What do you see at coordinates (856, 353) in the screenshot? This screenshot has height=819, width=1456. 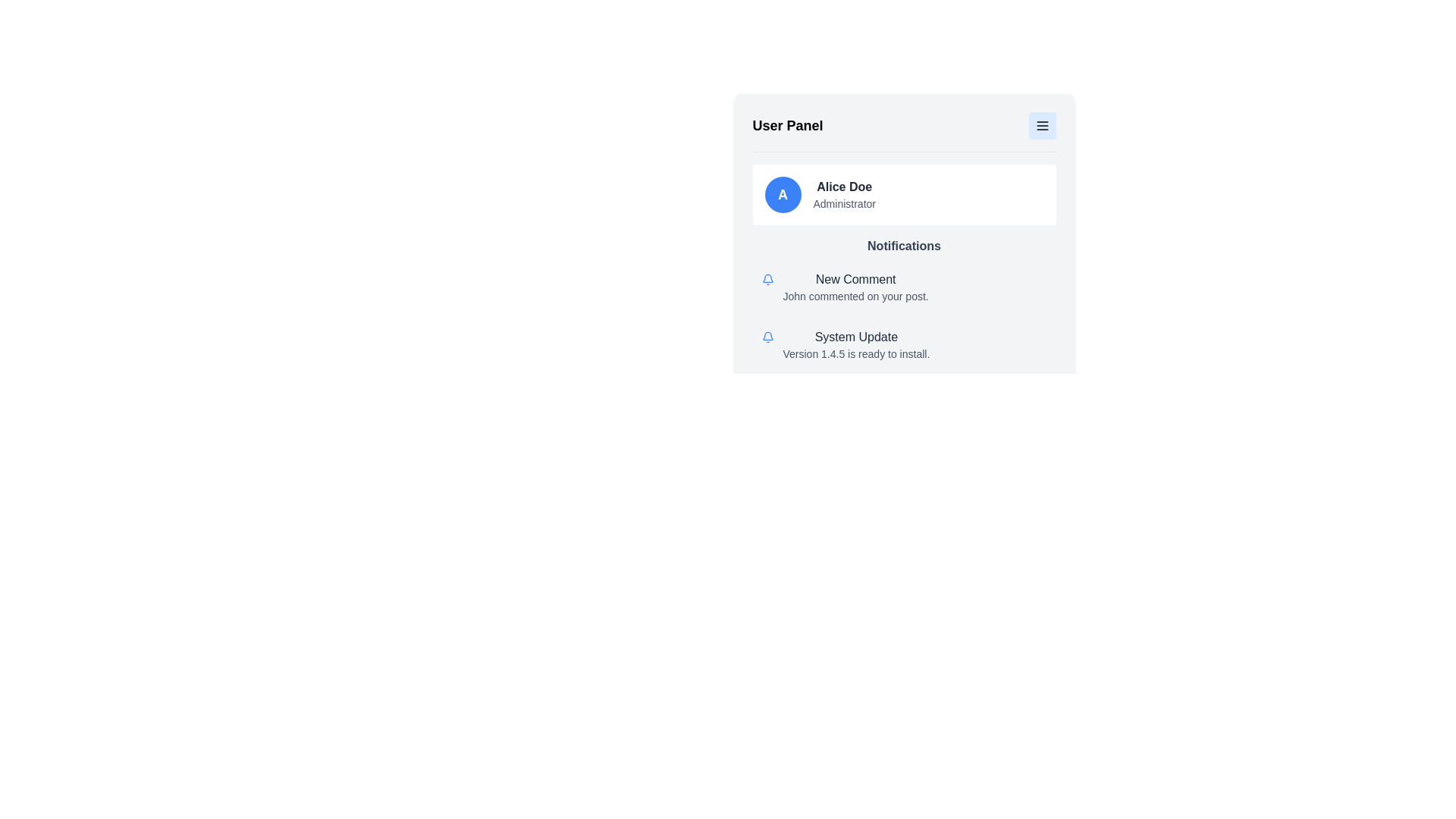 I see `the text label that reads 'Version 1.4.5 is ready to install.' located below the 'System Update' text in the User Panel interface` at bounding box center [856, 353].